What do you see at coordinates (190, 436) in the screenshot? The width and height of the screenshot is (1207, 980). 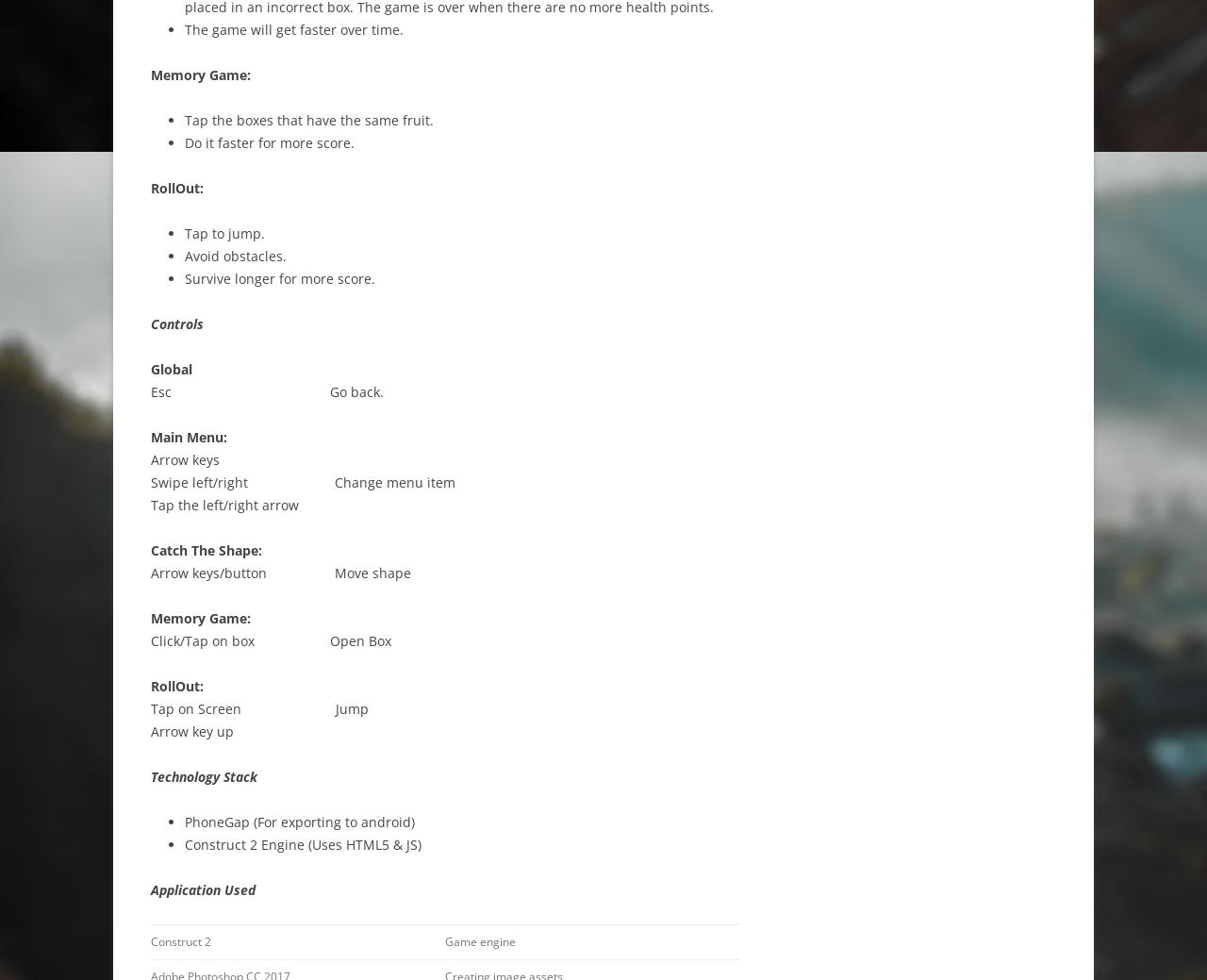 I see `'Main Menu:'` at bounding box center [190, 436].